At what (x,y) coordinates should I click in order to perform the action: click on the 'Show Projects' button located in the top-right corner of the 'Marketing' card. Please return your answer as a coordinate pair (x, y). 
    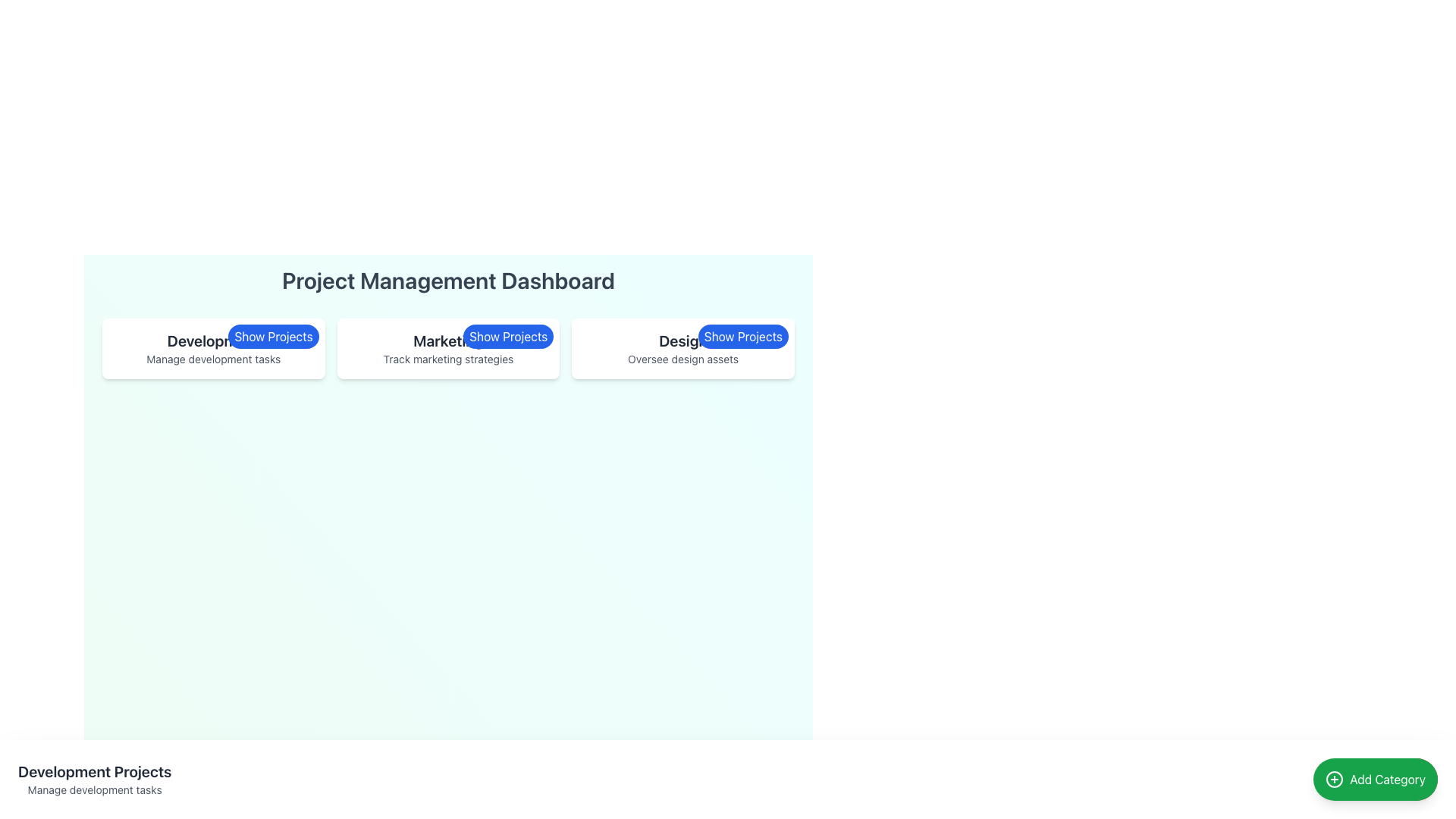
    Looking at the image, I should click on (508, 335).